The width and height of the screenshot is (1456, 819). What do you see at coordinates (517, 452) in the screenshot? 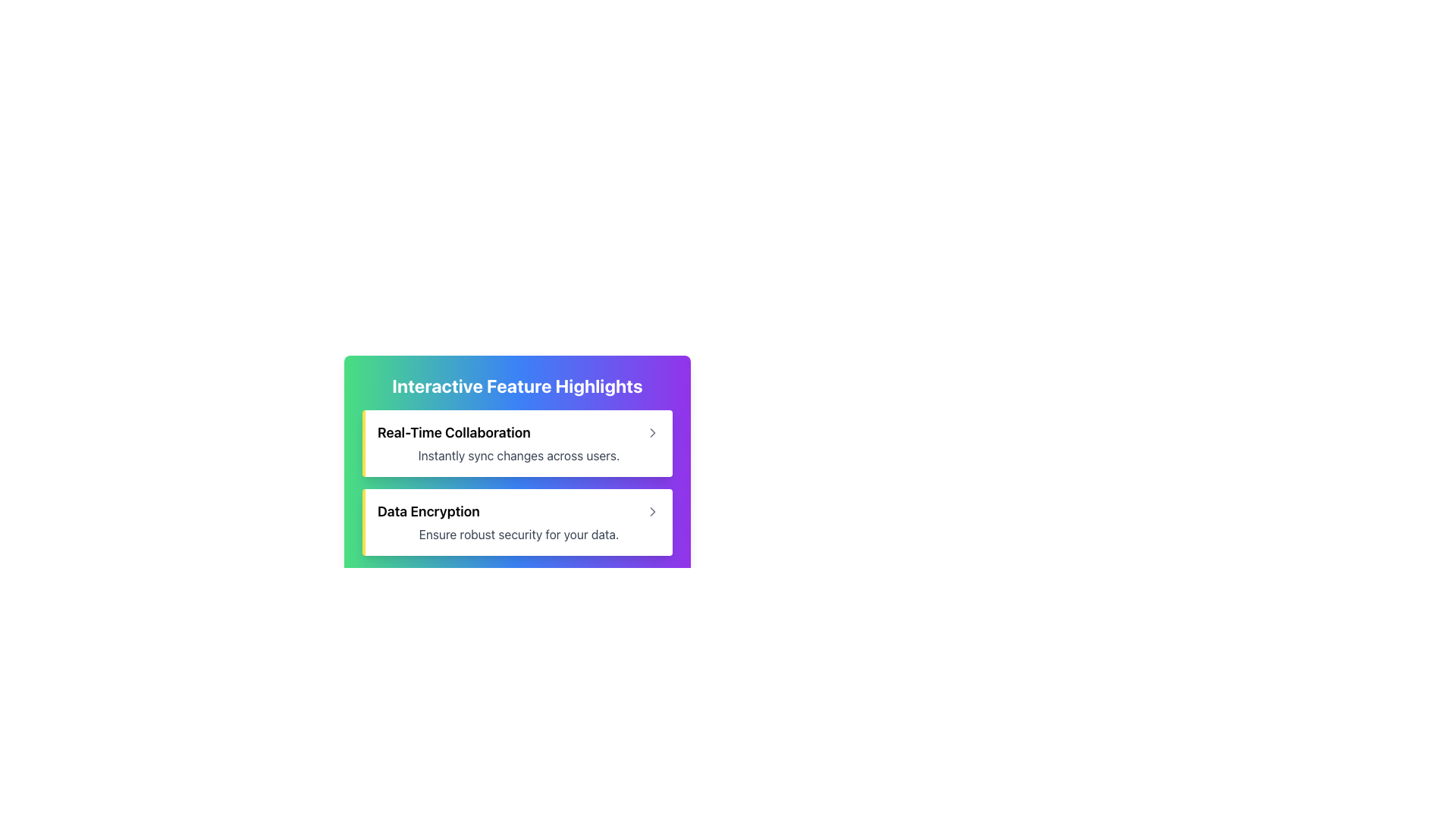
I see `the sections of the Information Panel Component` at bounding box center [517, 452].